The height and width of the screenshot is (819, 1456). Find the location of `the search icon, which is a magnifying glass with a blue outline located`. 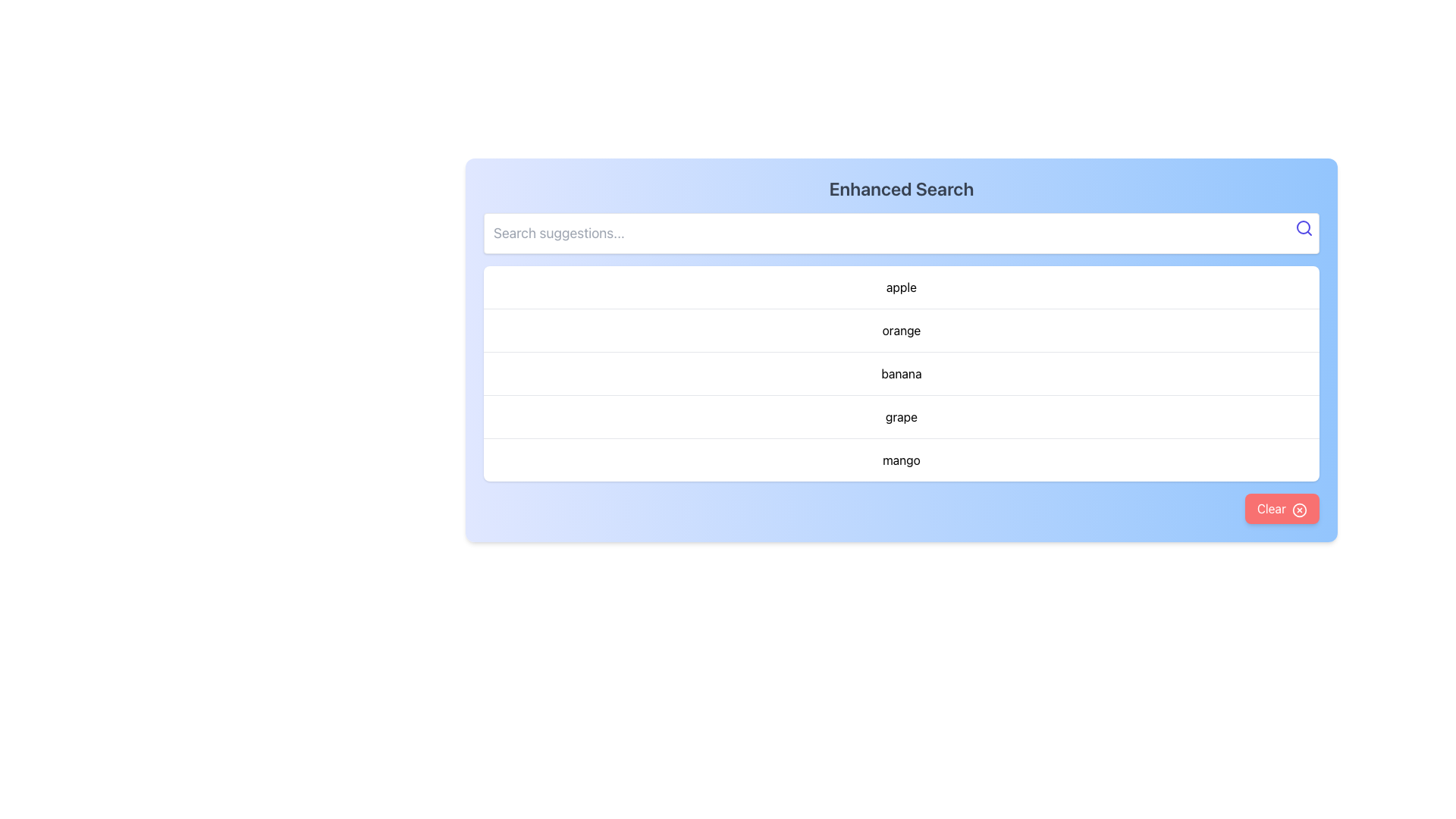

the search icon, which is a magnifying glass with a blue outline located is located at coordinates (1303, 227).